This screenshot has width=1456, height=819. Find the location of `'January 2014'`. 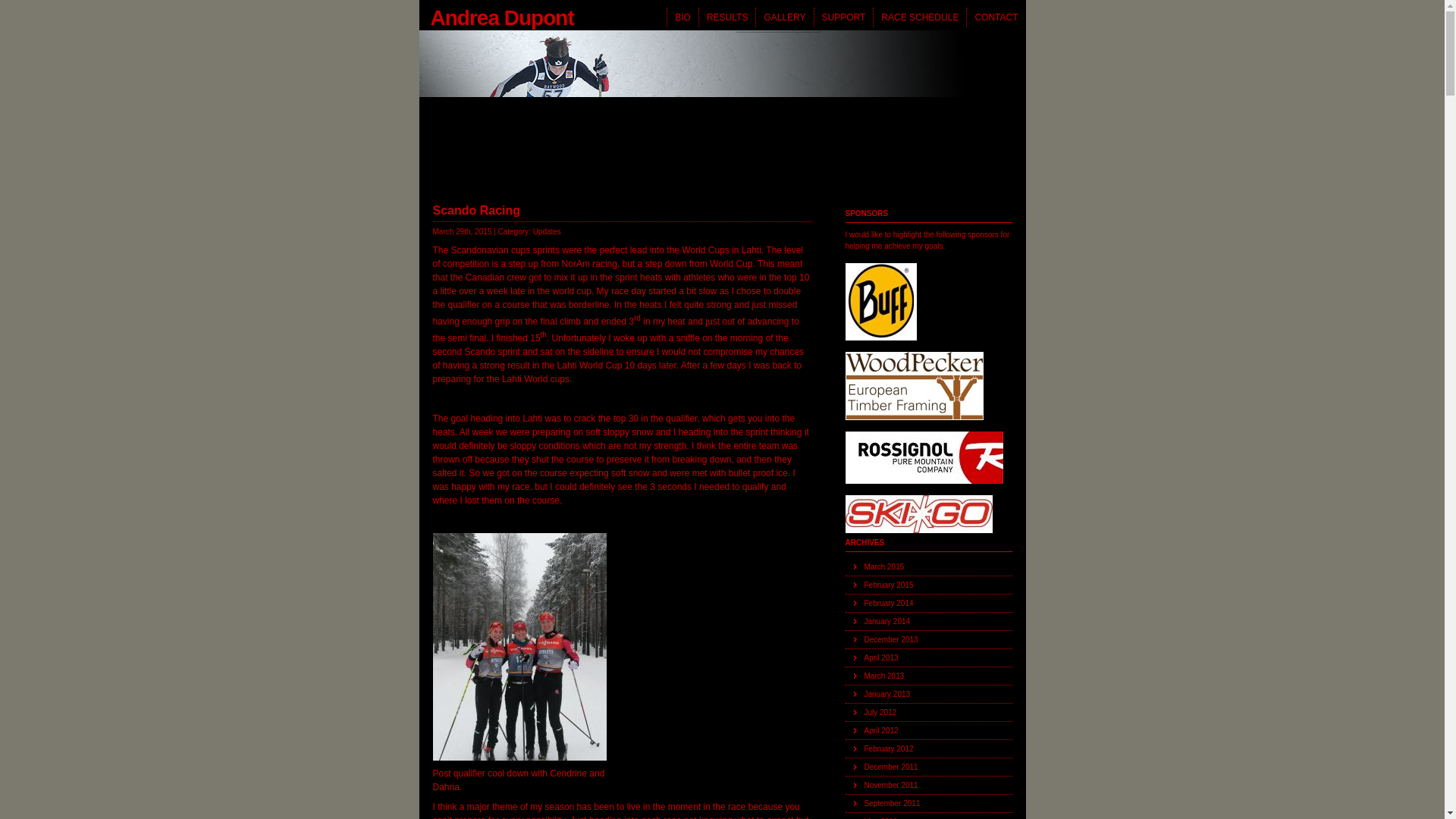

'January 2014' is located at coordinates (927, 622).